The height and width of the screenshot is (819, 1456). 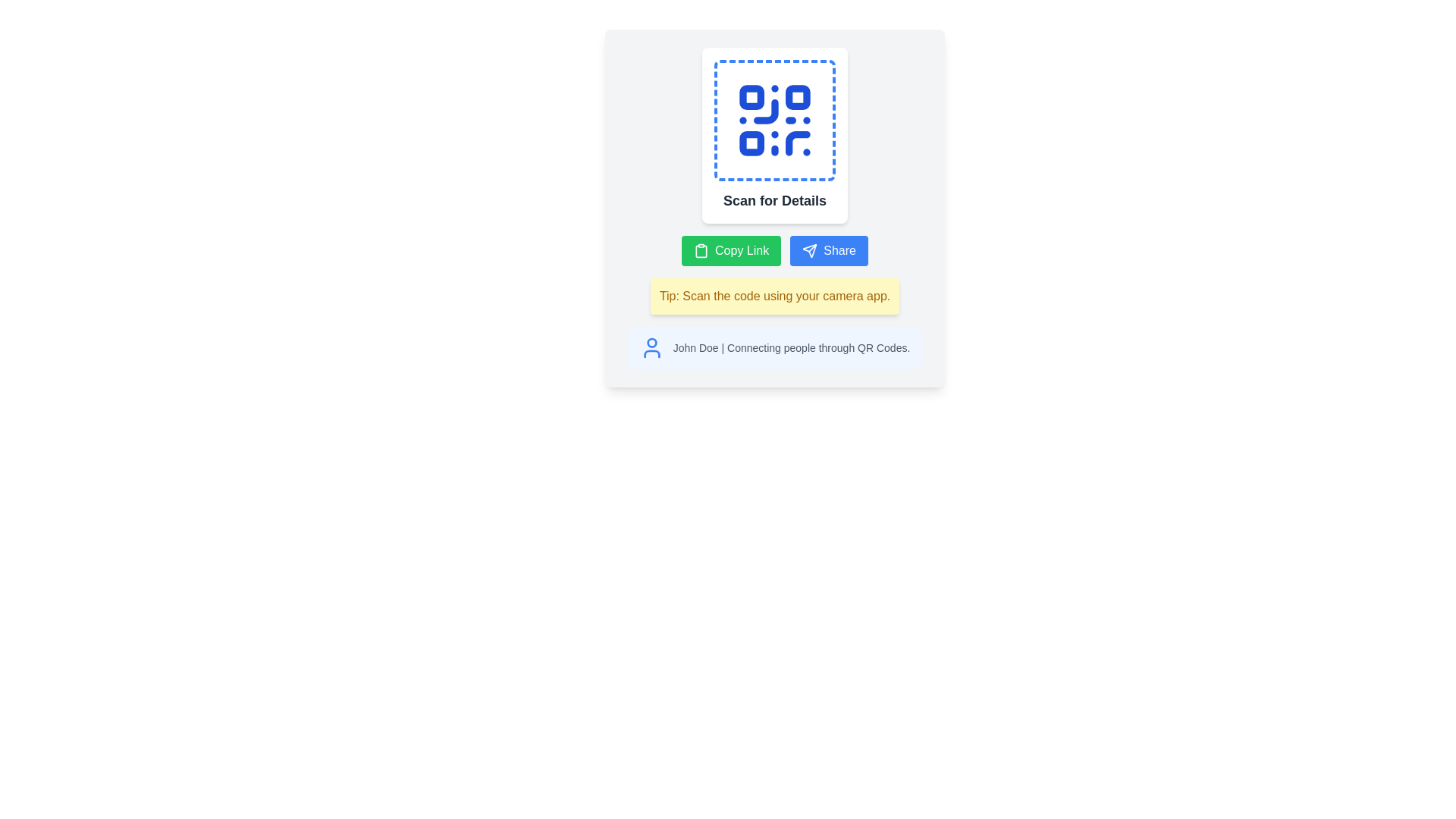 What do you see at coordinates (775, 296) in the screenshot?
I see `the yellow notification box that contains the text 'Tip: Scan the code using your camera app.'` at bounding box center [775, 296].